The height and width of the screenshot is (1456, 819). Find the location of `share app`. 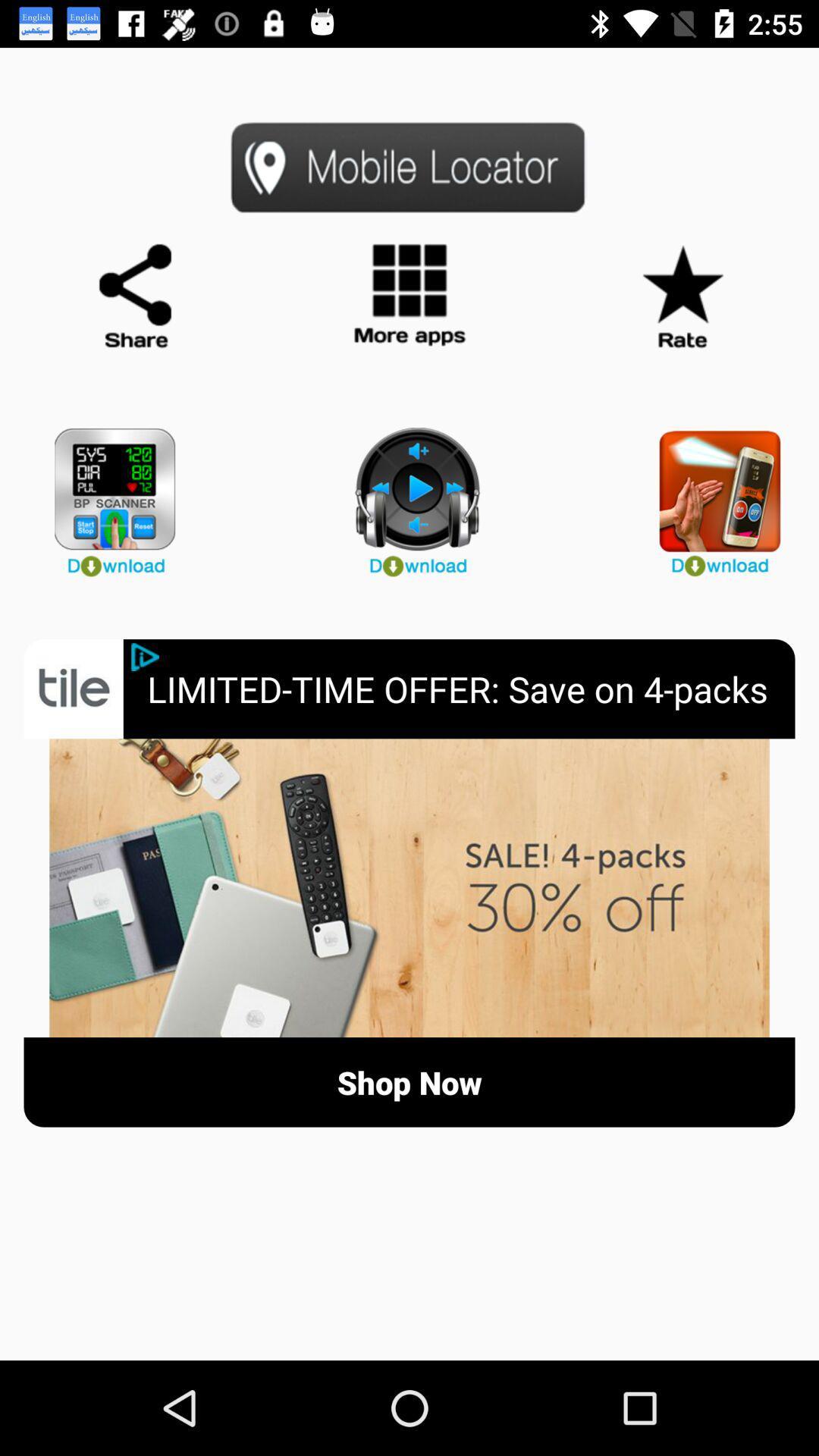

share app is located at coordinates (136, 297).